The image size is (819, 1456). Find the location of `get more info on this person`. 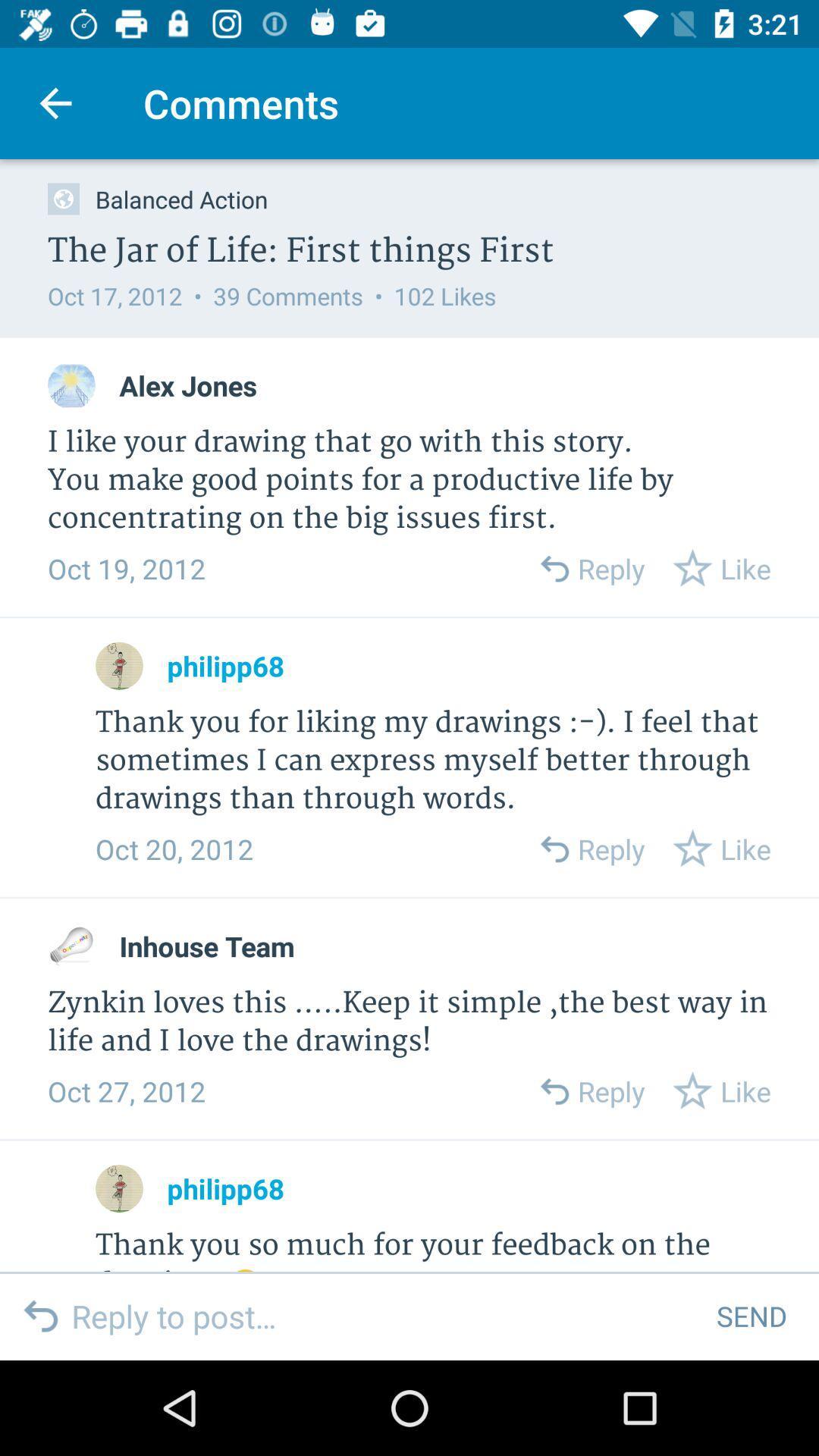

get more info on this person is located at coordinates (118, 1188).